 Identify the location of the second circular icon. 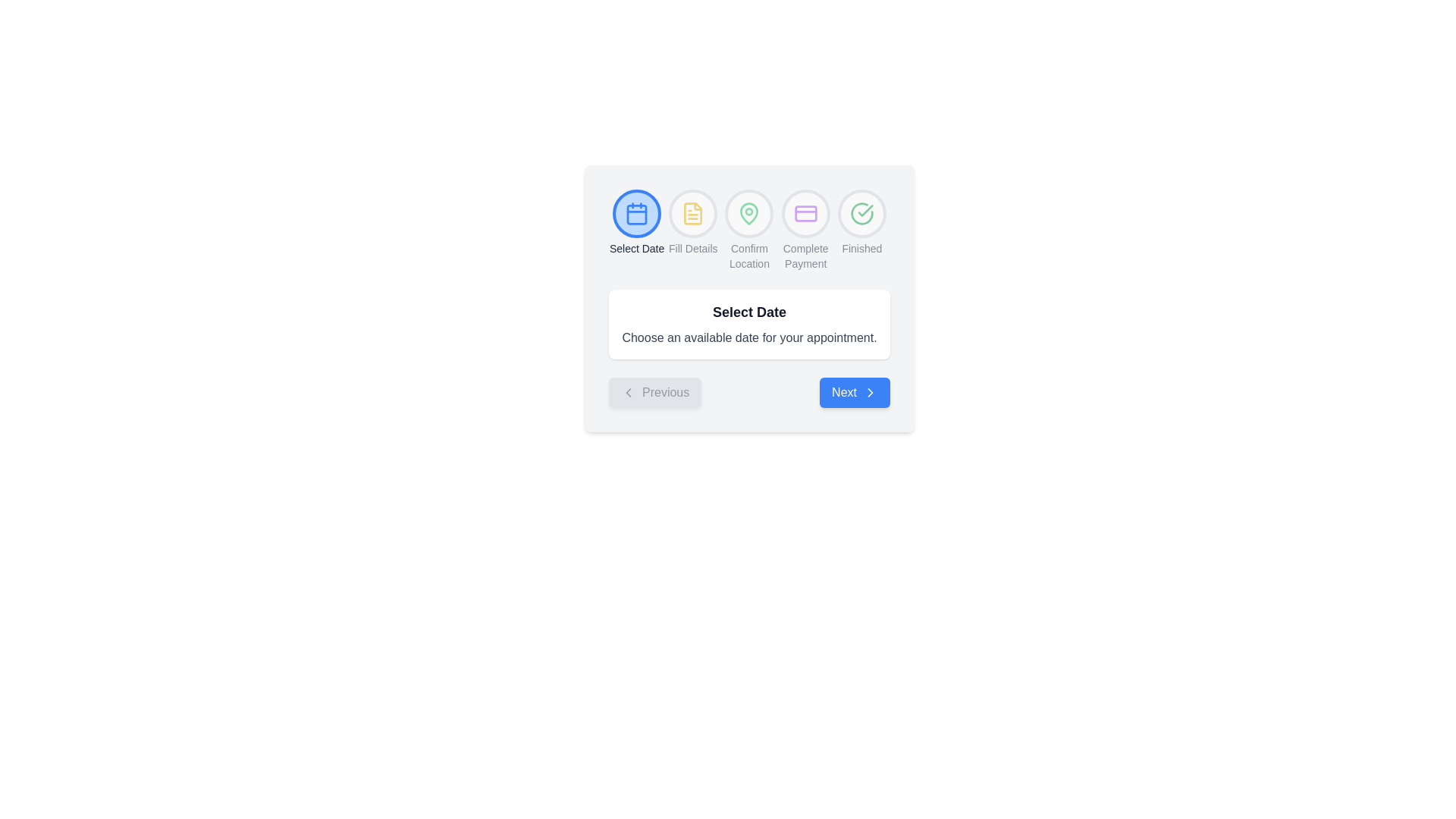
(692, 213).